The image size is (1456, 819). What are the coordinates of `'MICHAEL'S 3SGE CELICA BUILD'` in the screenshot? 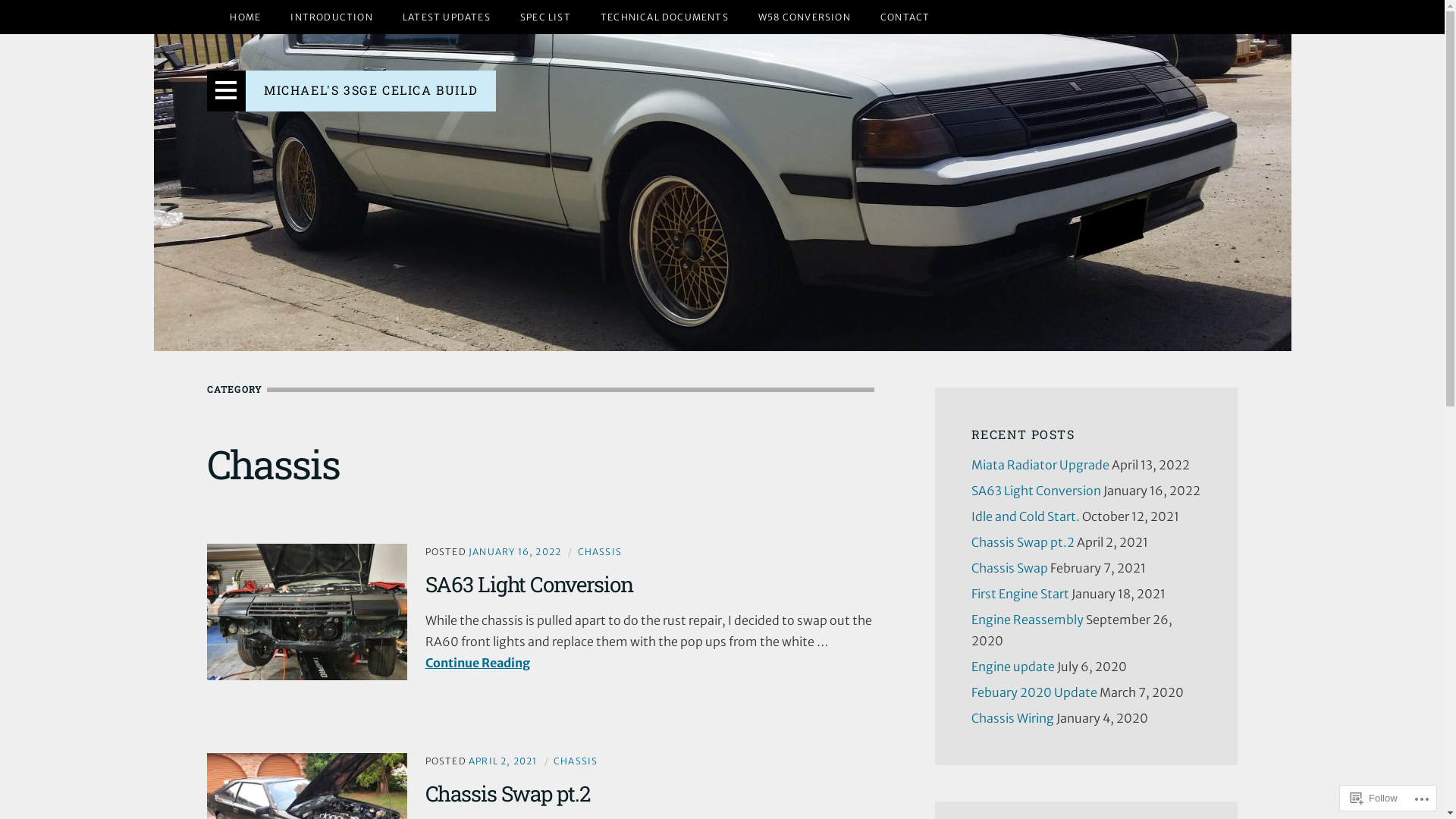 It's located at (371, 89).